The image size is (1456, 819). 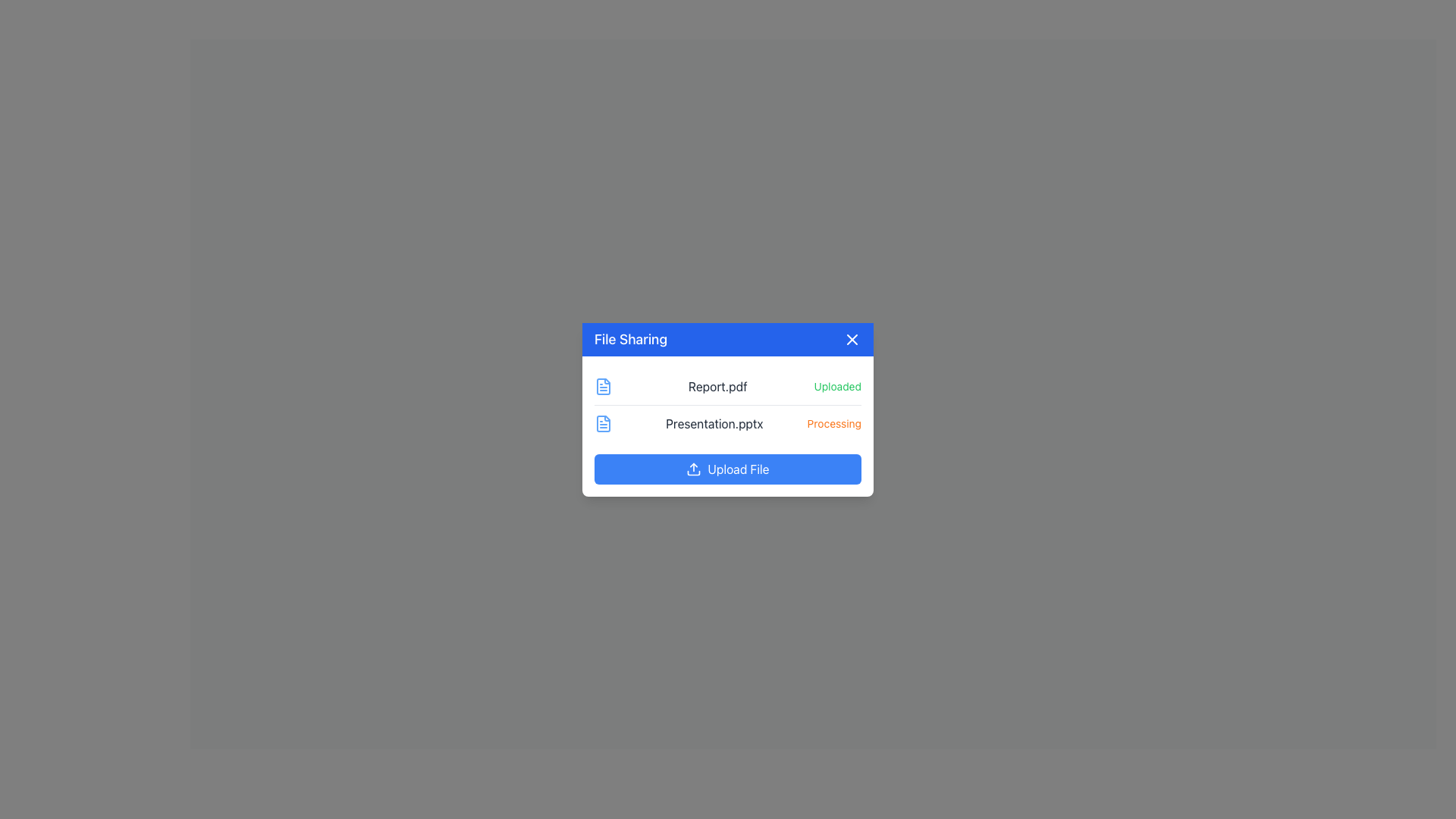 What do you see at coordinates (603, 385) in the screenshot?
I see `the SVG graphic icon that serves as a visual indicator for a file or document, located to the left of the 'Report.pdf' filename` at bounding box center [603, 385].